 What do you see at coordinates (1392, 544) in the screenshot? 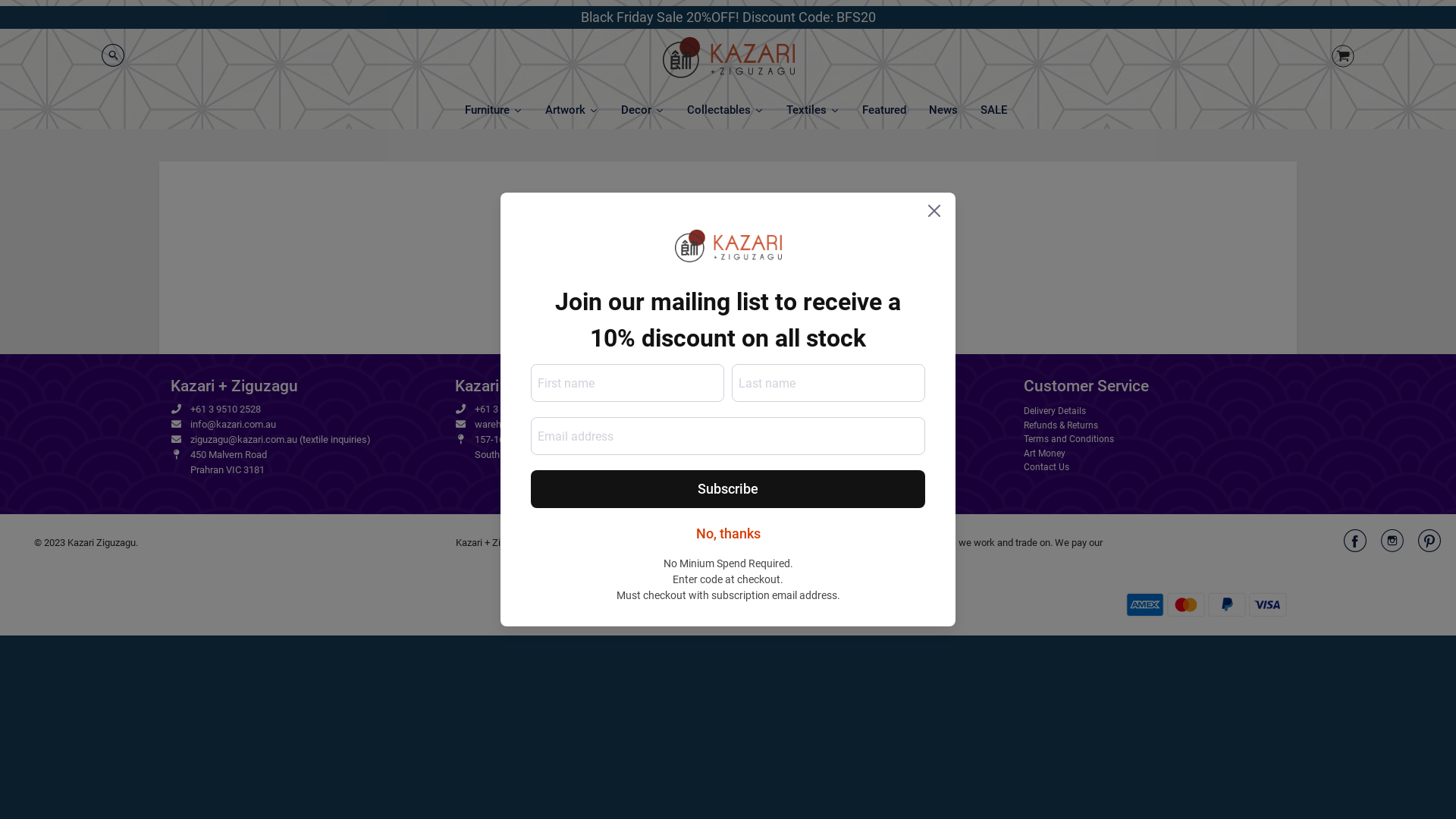
I see `'Kazari Ziguzagu on Instagram'` at bounding box center [1392, 544].